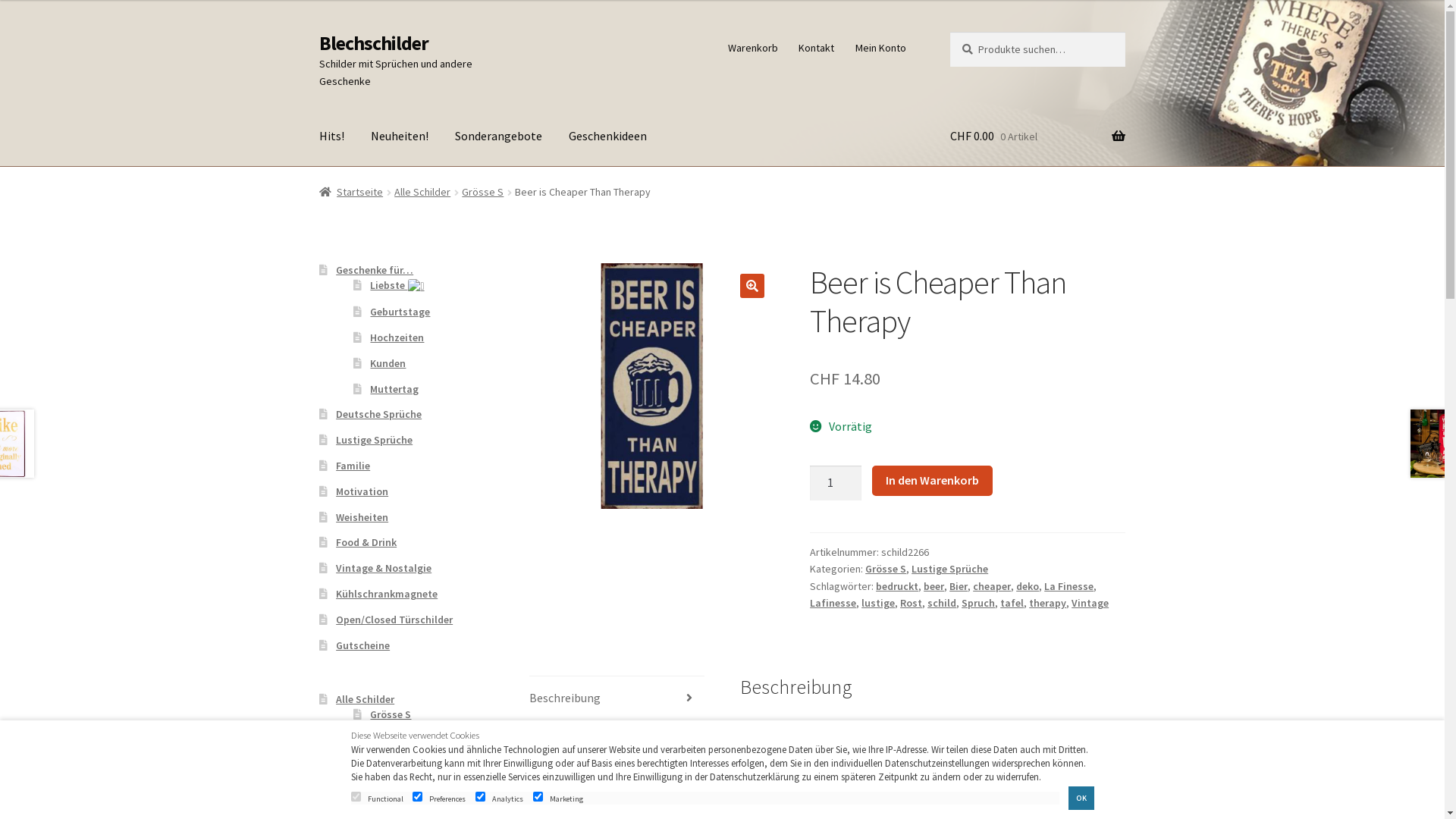  I want to click on 'Menge', so click(809, 482).